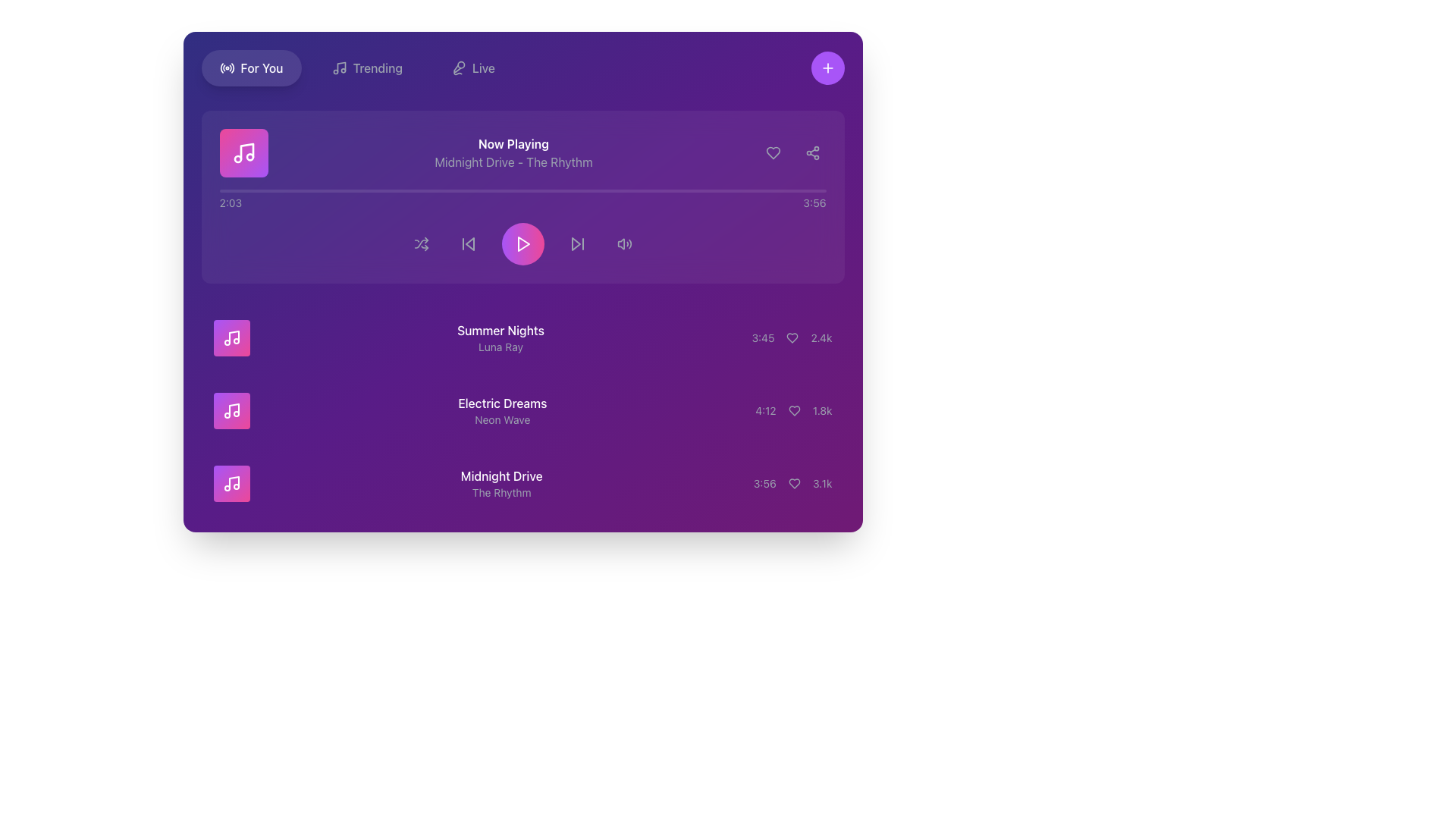 This screenshot has height=819, width=1456. I want to click on the second list item entry displaying the song 'Electric Dreams' by 'Neon Wave', which includes multiple data fields and icons, so click(522, 411).